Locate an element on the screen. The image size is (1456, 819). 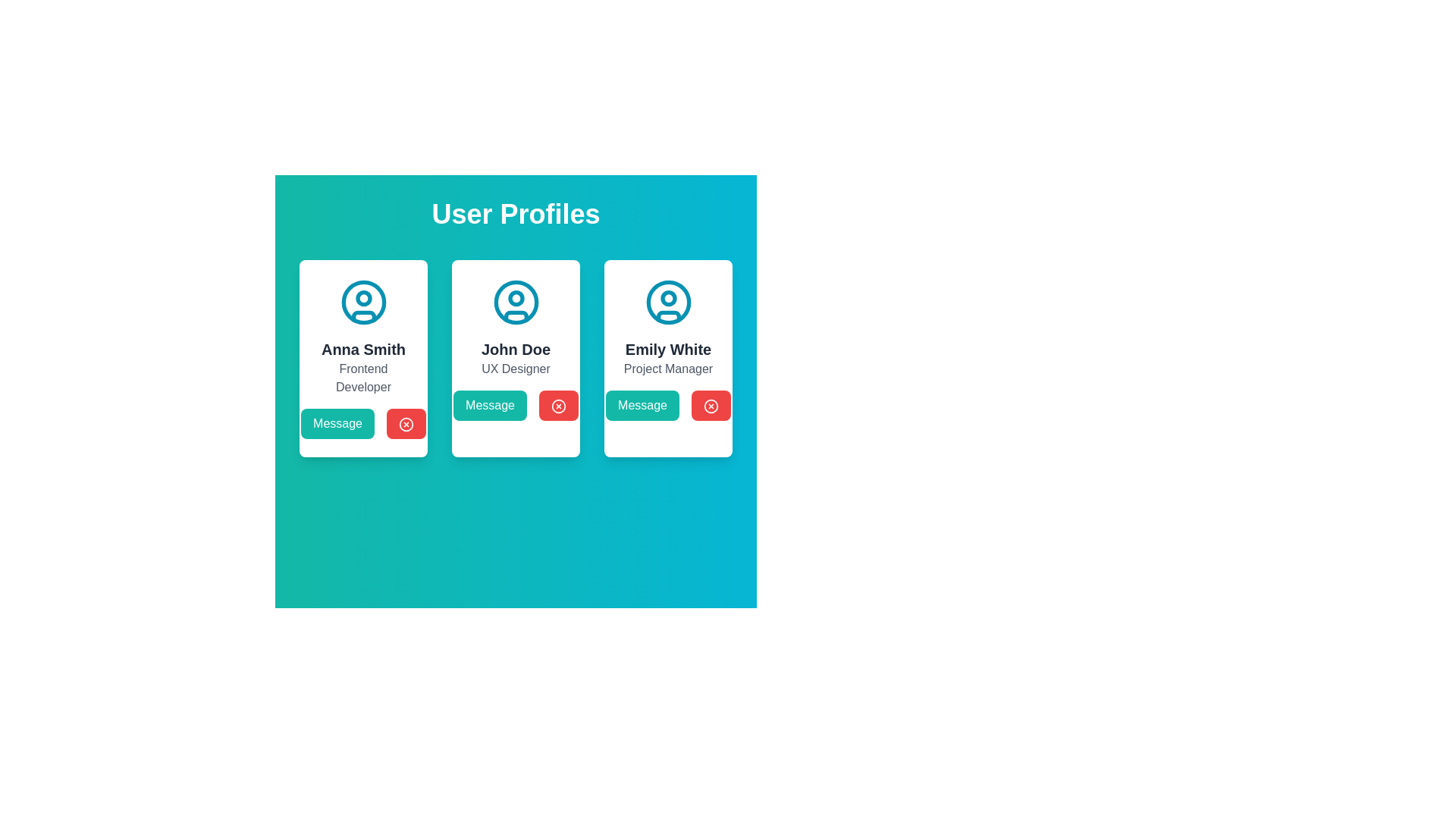
the 'Message' button with a teal background and white text located below the user's name in the user profile card to initiate a message interaction is located at coordinates (337, 424).